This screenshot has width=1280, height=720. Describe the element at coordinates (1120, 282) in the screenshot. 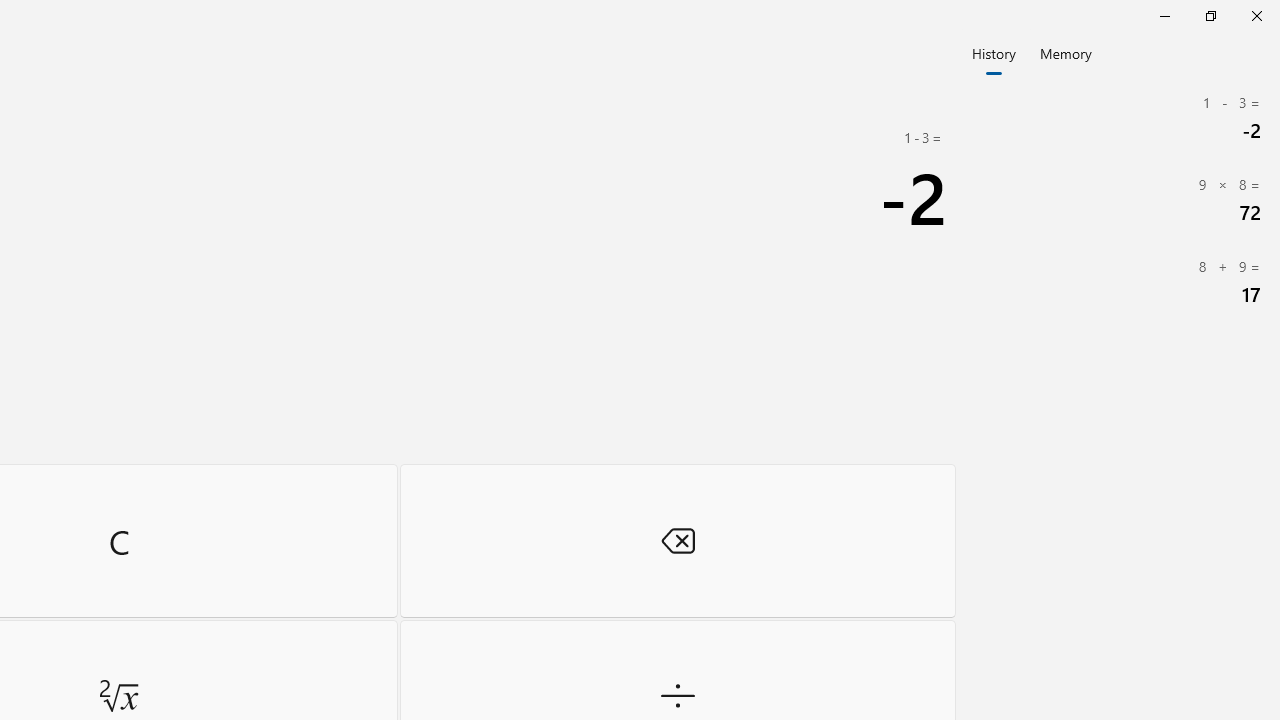

I see `'8 + 9= 17'` at that location.